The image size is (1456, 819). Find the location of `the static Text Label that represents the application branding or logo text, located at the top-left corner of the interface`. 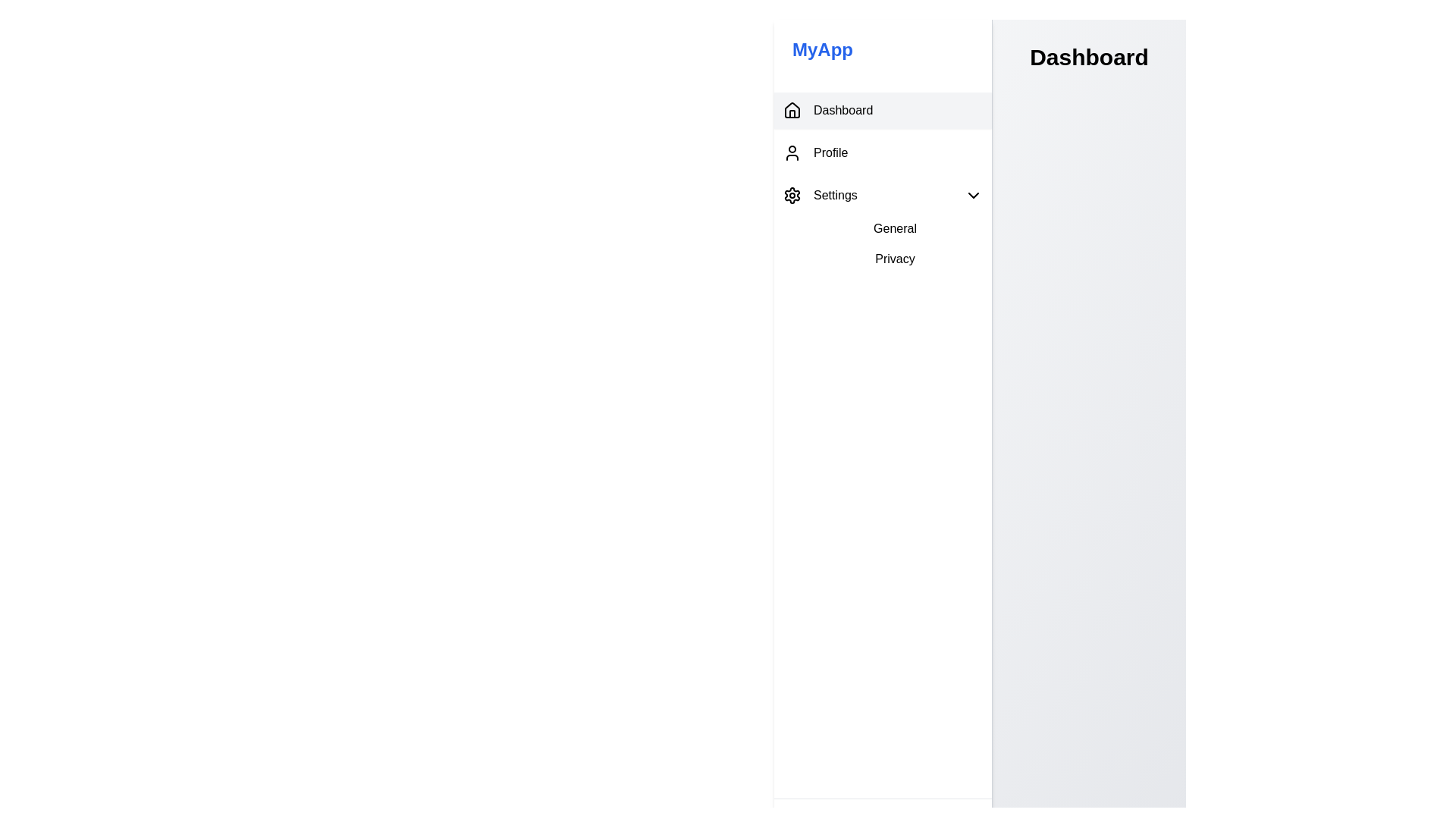

the static Text Label that represents the application branding or logo text, located at the top-left corner of the interface is located at coordinates (821, 49).